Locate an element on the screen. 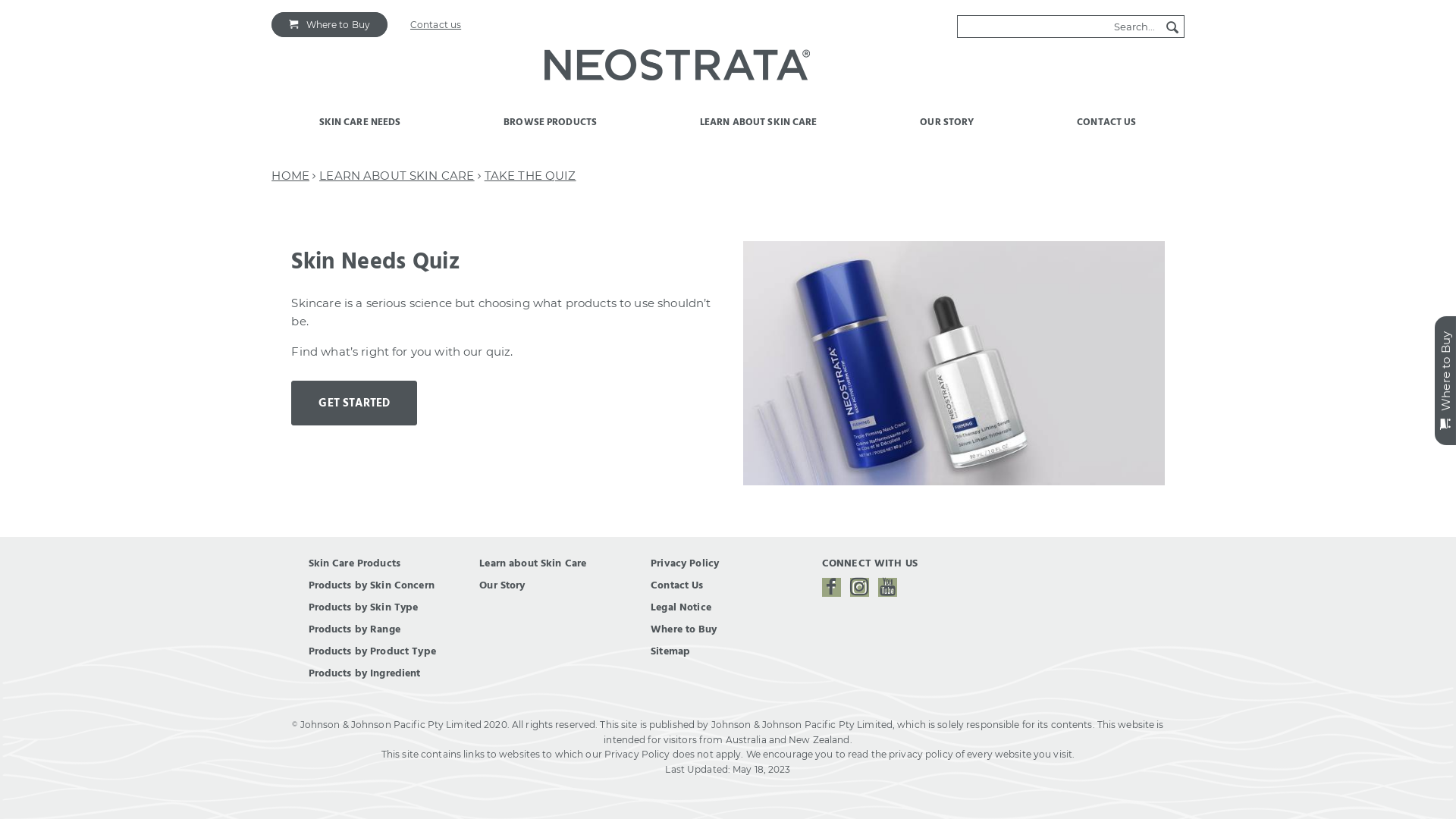 Image resolution: width=1456 pixels, height=819 pixels. 'Youtube' is located at coordinates (887, 586).